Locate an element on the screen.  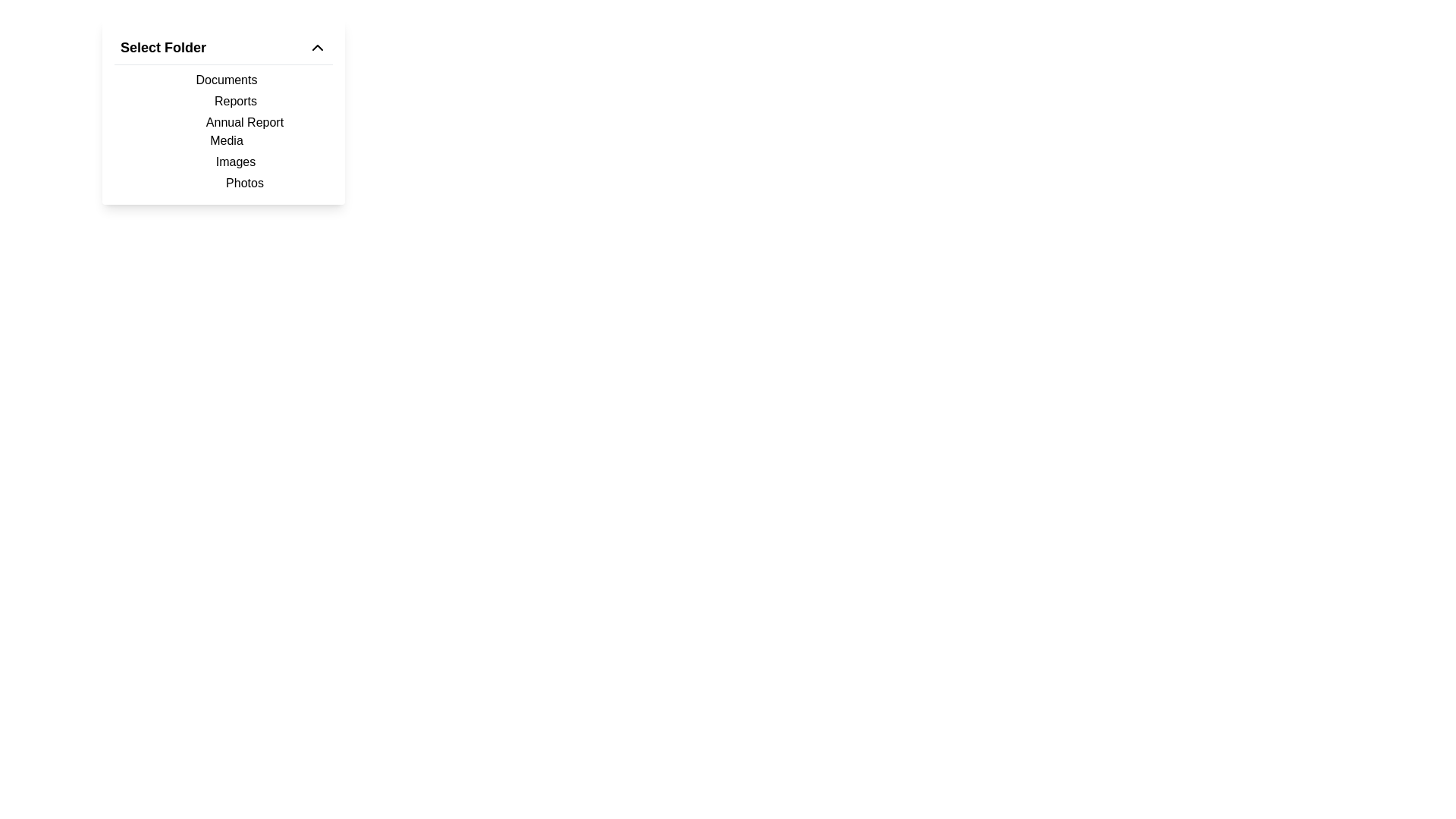
the 'Annual Report' option in the dropdown menu is located at coordinates (235, 120).